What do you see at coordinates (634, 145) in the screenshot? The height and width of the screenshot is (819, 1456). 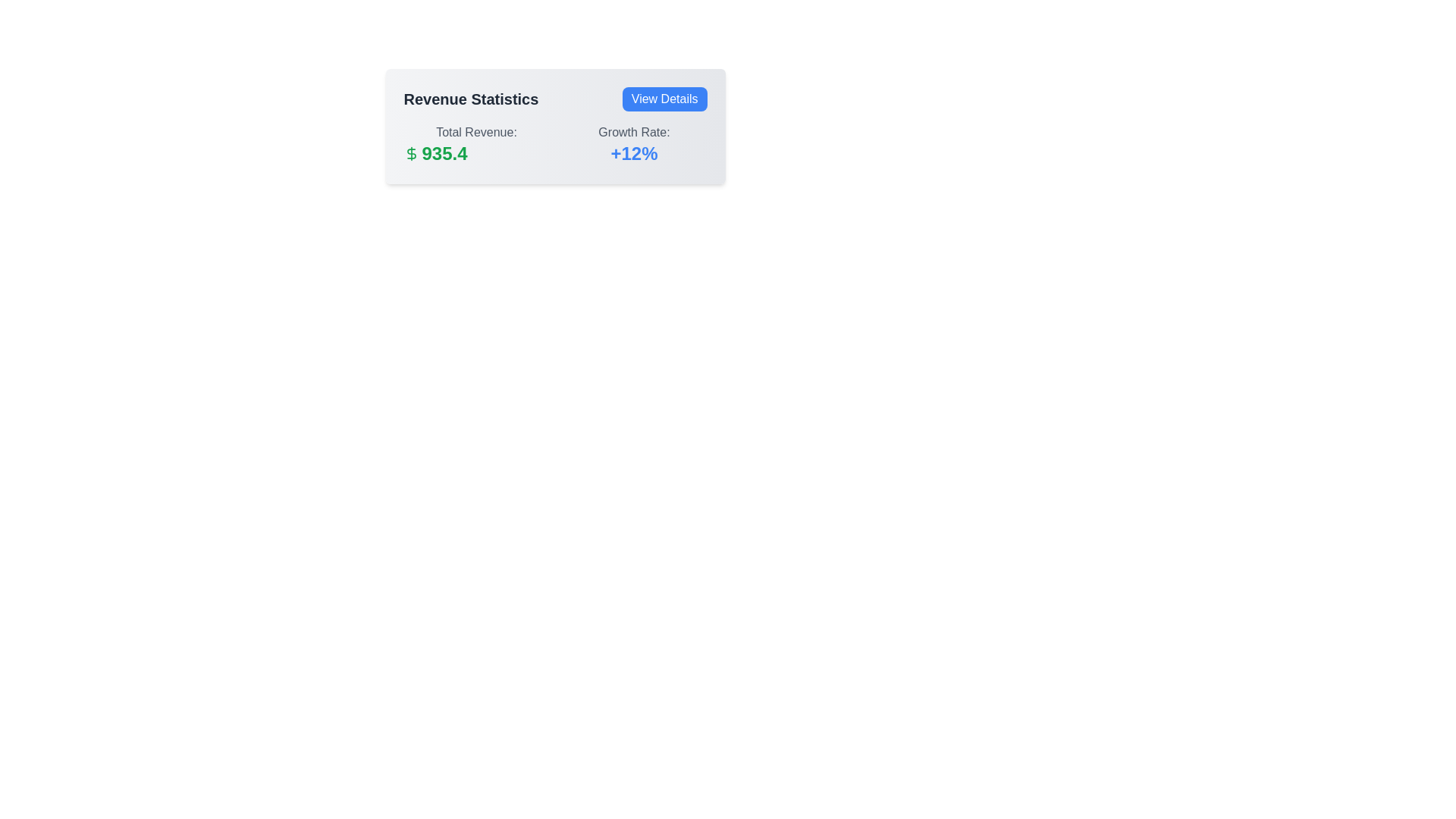 I see `the text-based informational component displaying 'Growth Rate:' with the bolded blue '+12%' value, located in the right section of the panel under 'Revenue Statistics'` at bounding box center [634, 145].